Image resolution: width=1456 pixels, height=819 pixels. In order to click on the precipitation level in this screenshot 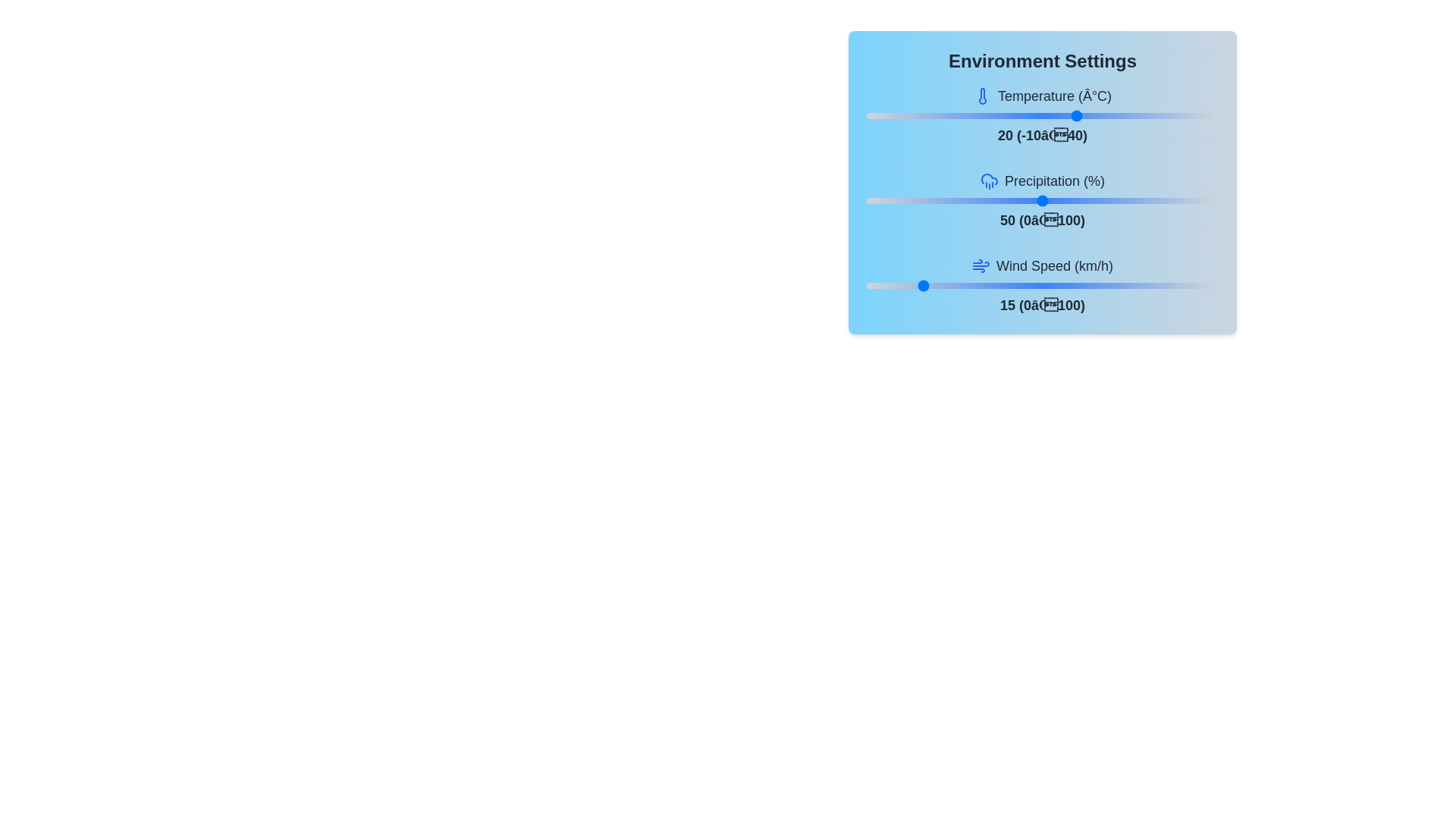, I will do `click(877, 200)`.